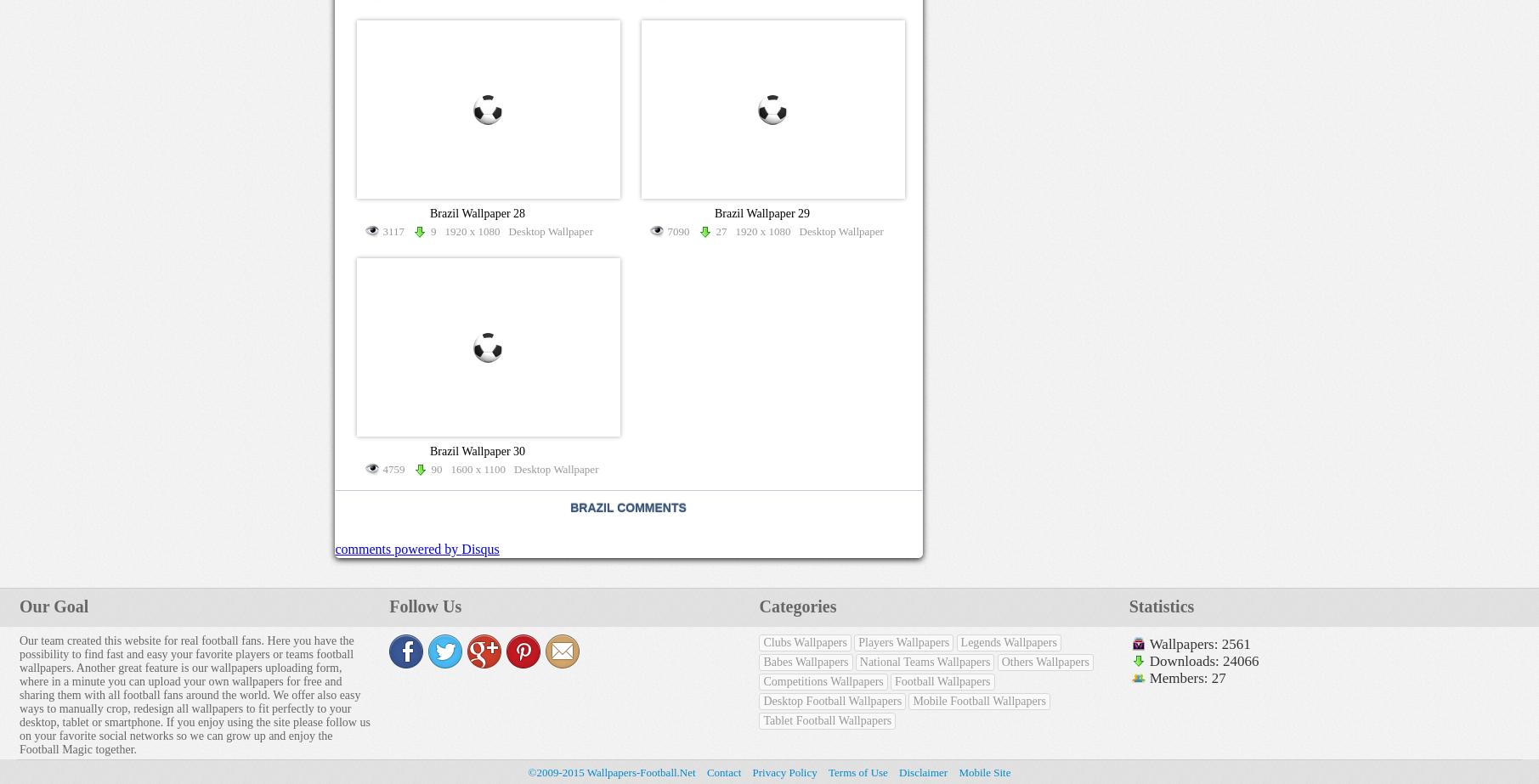  Describe the element at coordinates (796, 606) in the screenshot. I see `'Categories'` at that location.